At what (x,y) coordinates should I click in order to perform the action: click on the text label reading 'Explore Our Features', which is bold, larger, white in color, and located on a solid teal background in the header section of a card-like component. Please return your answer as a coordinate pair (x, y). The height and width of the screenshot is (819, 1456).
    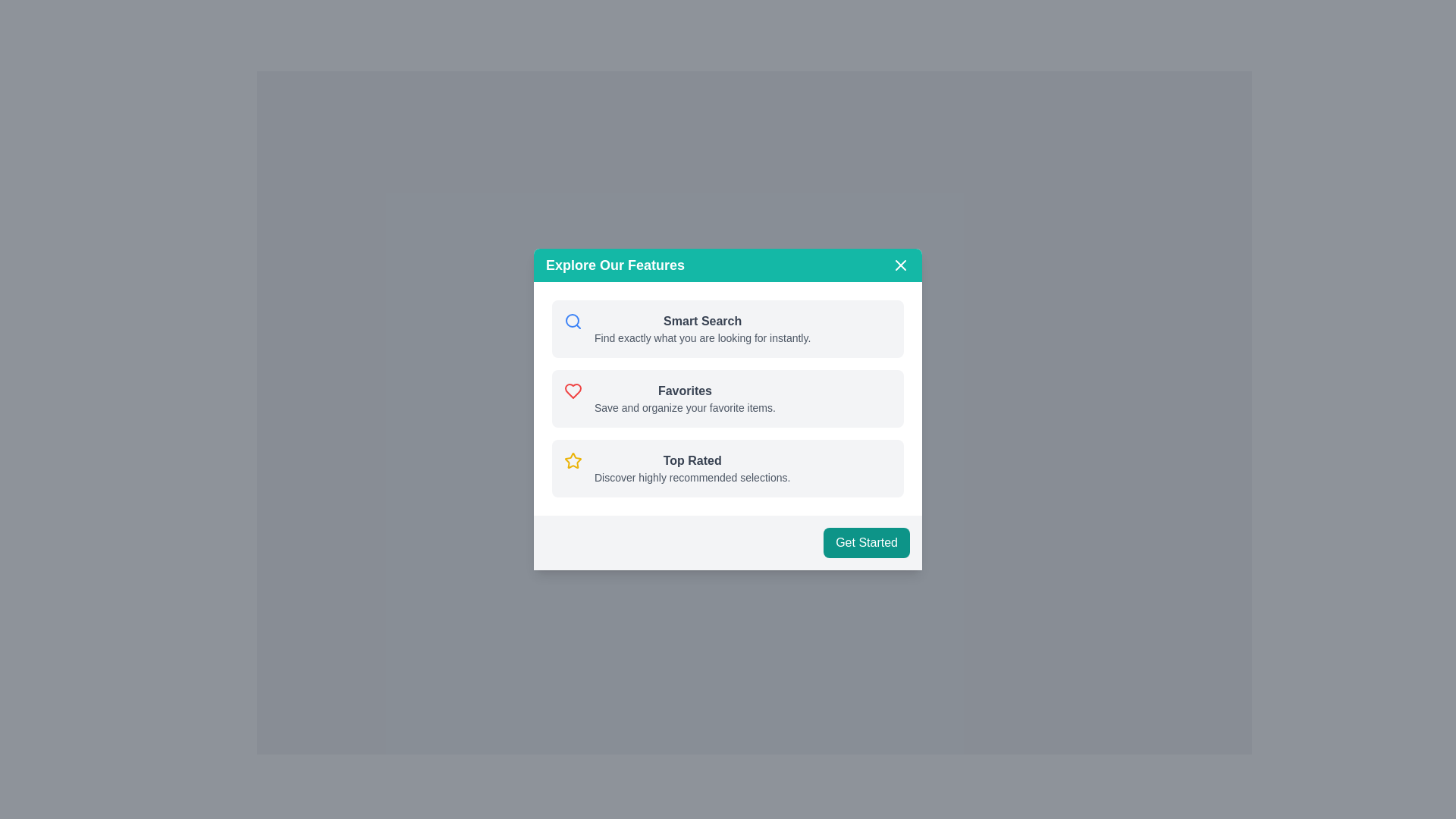
    Looking at the image, I should click on (615, 265).